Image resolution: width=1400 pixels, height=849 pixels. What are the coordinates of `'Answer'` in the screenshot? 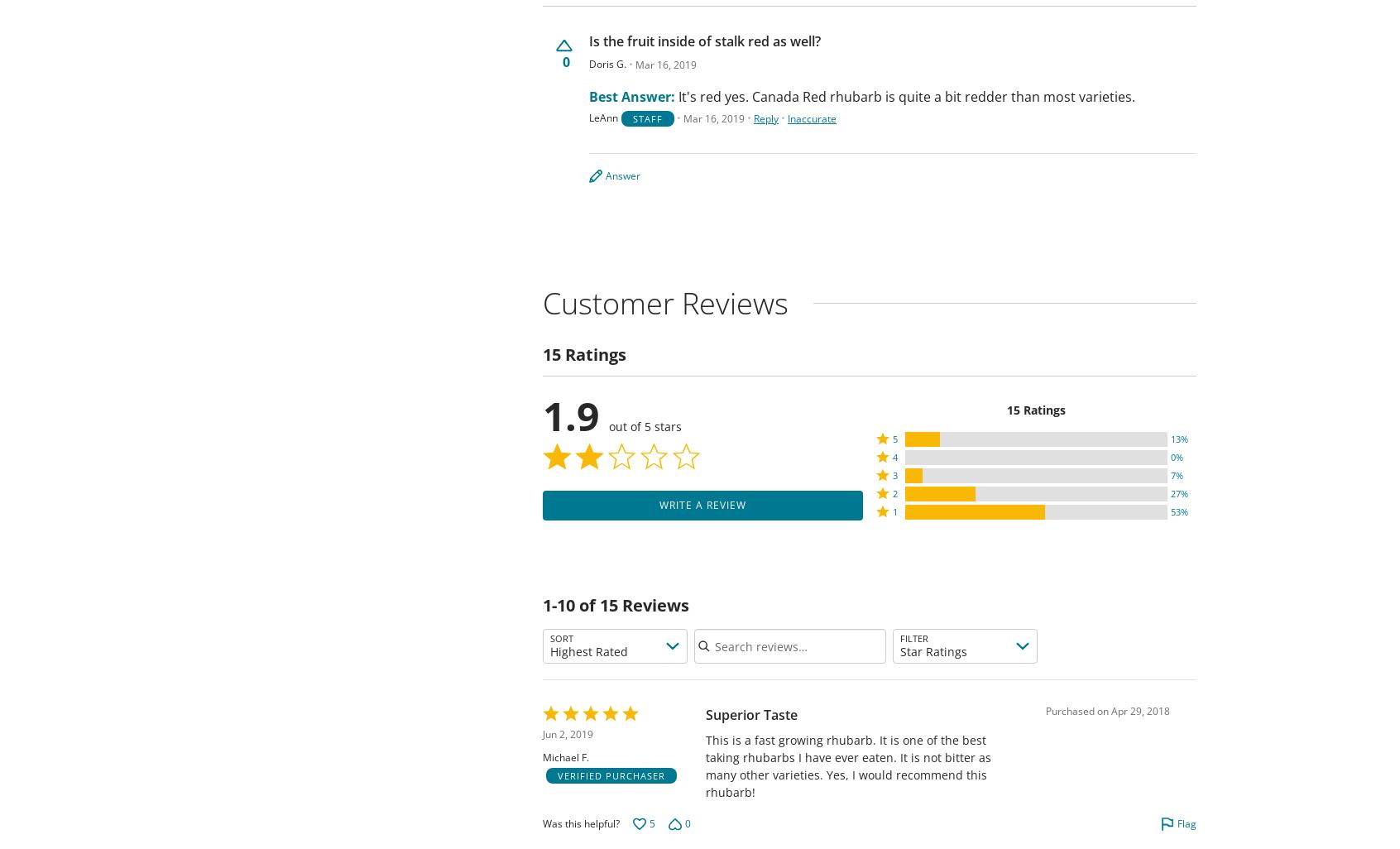 It's located at (621, 175).